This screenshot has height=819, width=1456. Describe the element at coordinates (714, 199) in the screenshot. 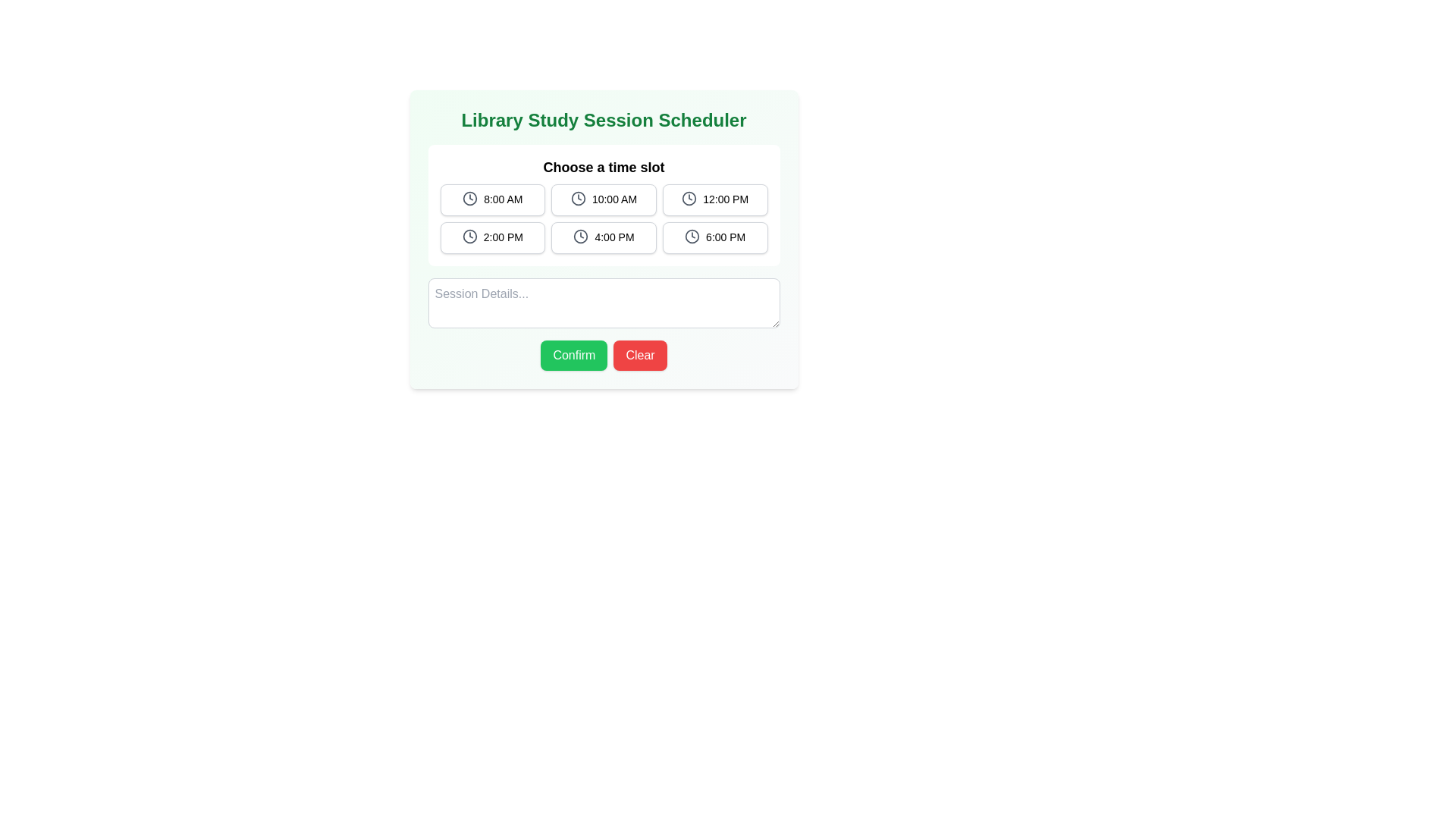

I see `the '12:00 PM' time slot button` at that location.